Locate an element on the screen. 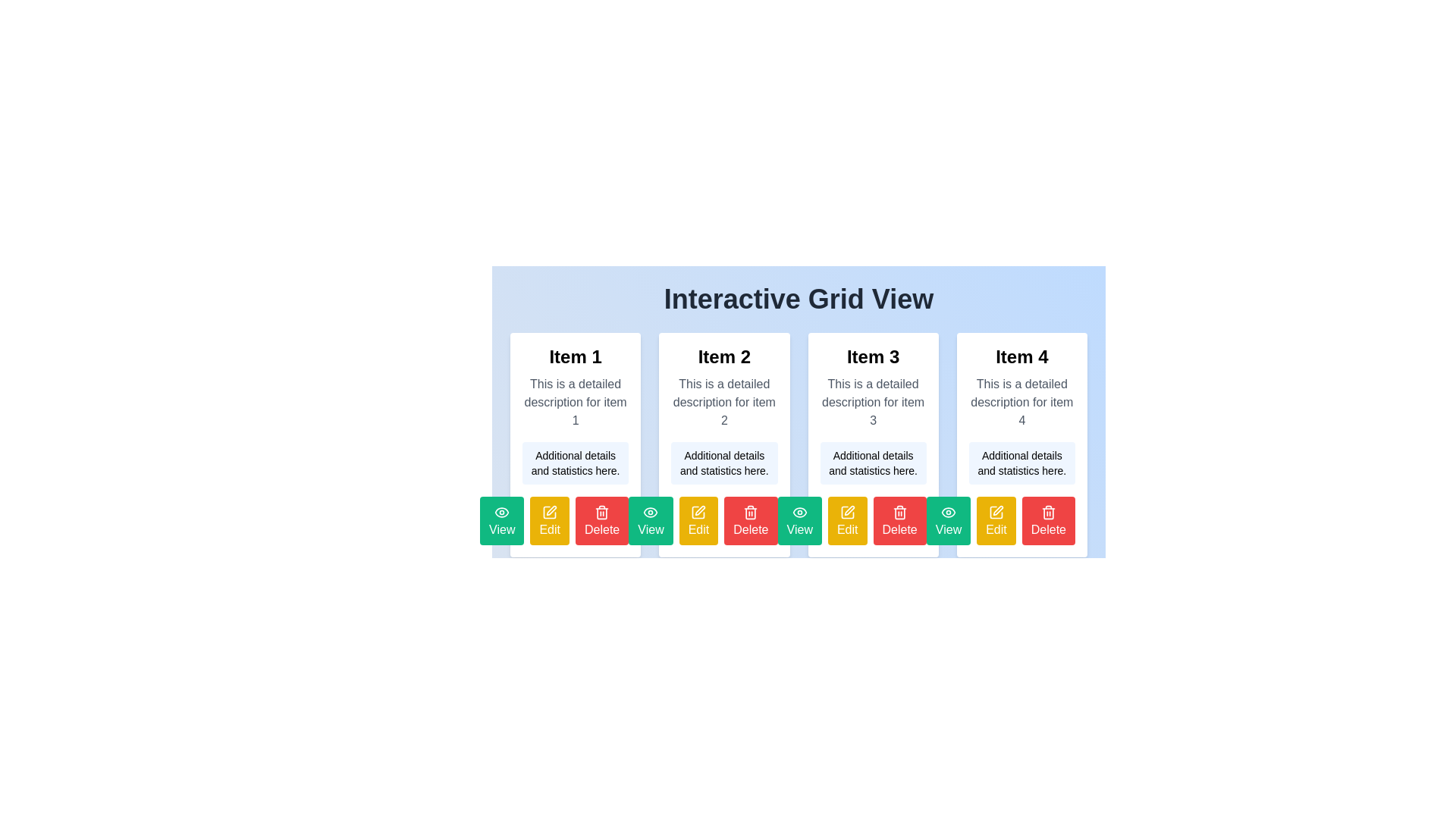  the pencil-like icon within the yellow 'Edit' button located beneath 'Item 3' in the third column from the left is located at coordinates (698, 512).